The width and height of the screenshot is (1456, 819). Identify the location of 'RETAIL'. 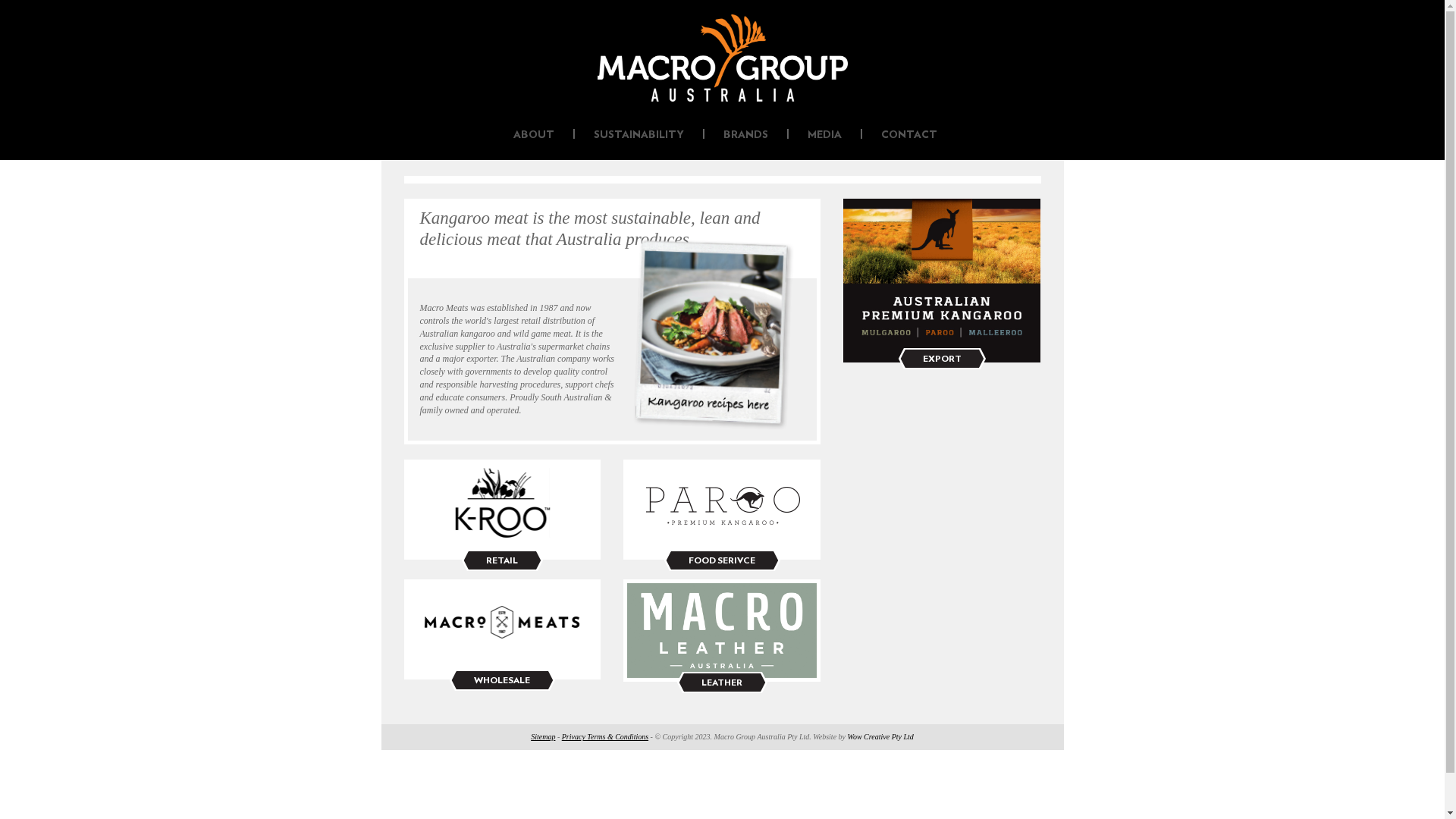
(502, 560).